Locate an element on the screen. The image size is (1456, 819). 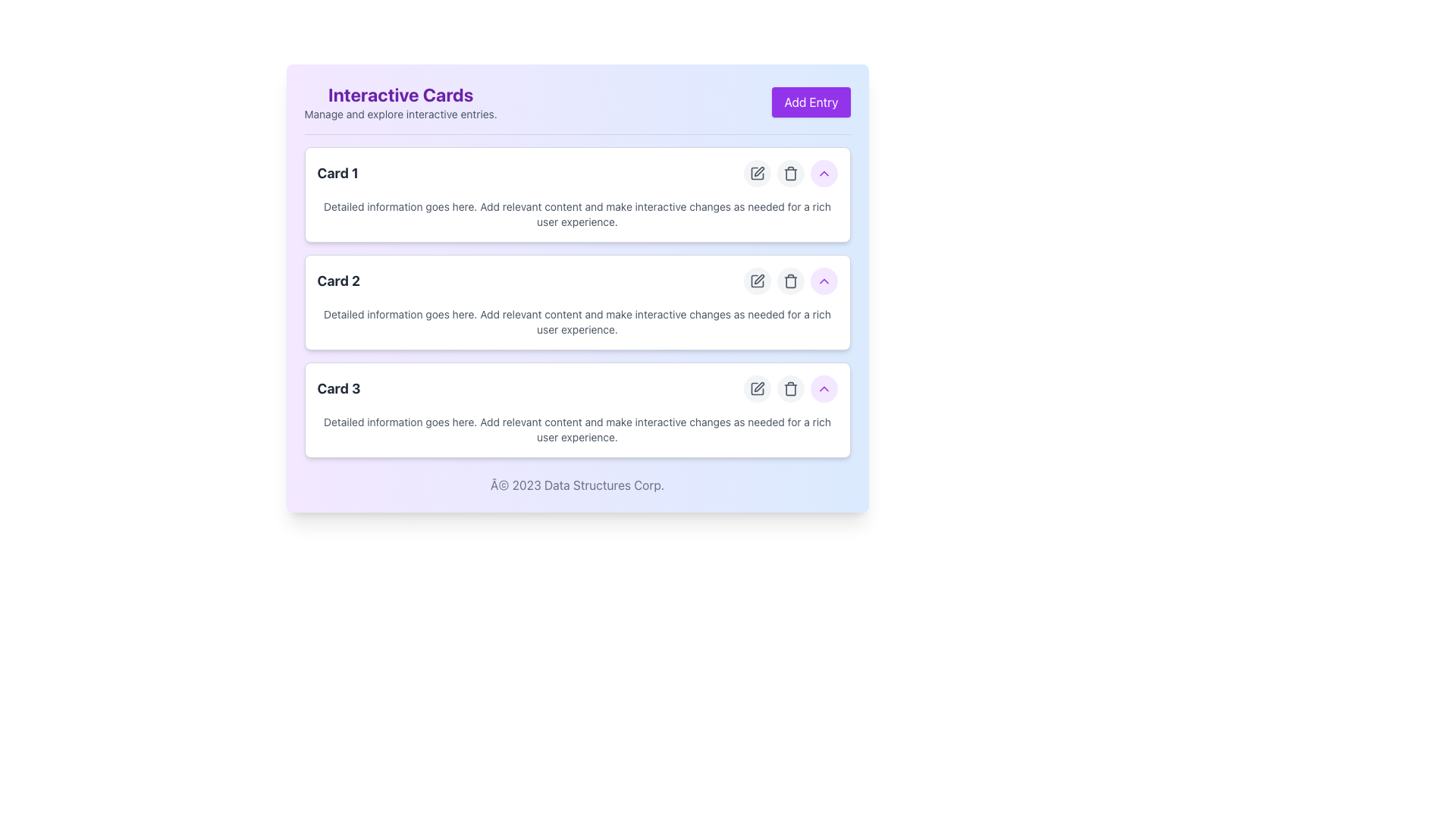
the static text that reads 'Manage and explore interactive entries', which is located directly below the 'Interactive Cards' heading is located at coordinates (400, 113).